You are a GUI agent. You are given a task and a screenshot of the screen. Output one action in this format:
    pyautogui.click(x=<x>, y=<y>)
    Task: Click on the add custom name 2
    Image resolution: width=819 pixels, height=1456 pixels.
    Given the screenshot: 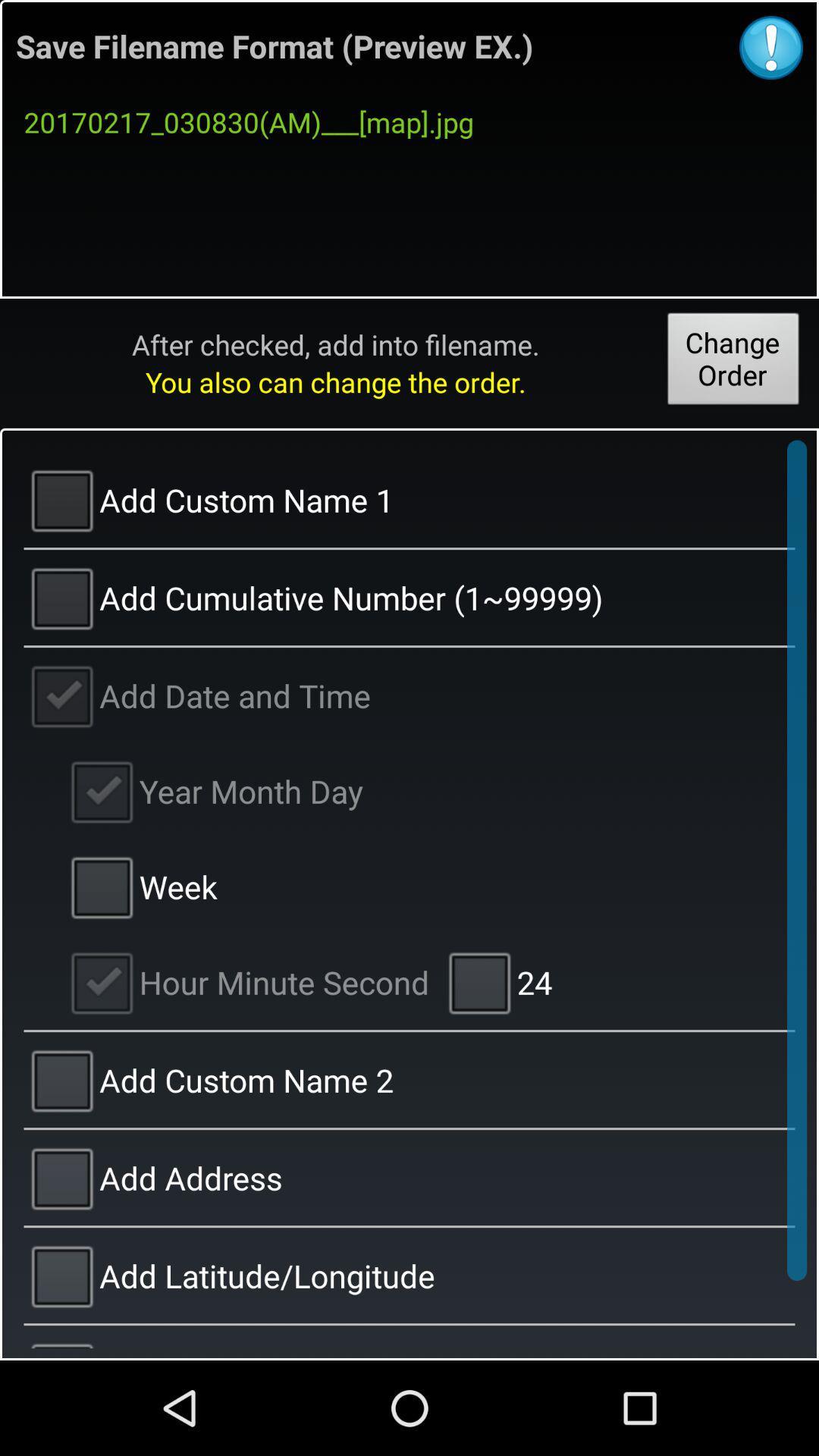 What is the action you would take?
    pyautogui.click(x=409, y=1079)
    